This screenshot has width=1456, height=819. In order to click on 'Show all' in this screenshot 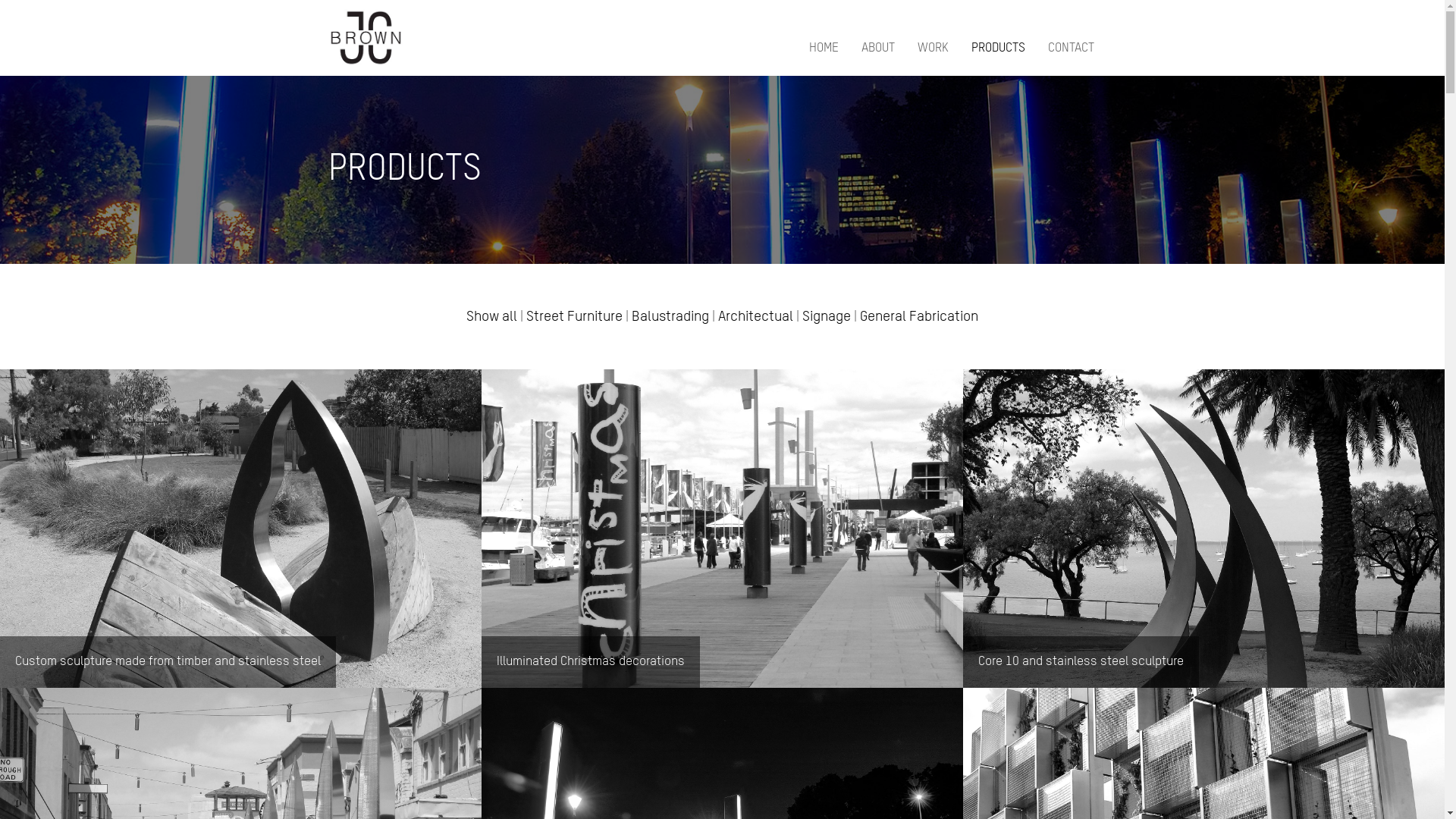, I will do `click(491, 315)`.